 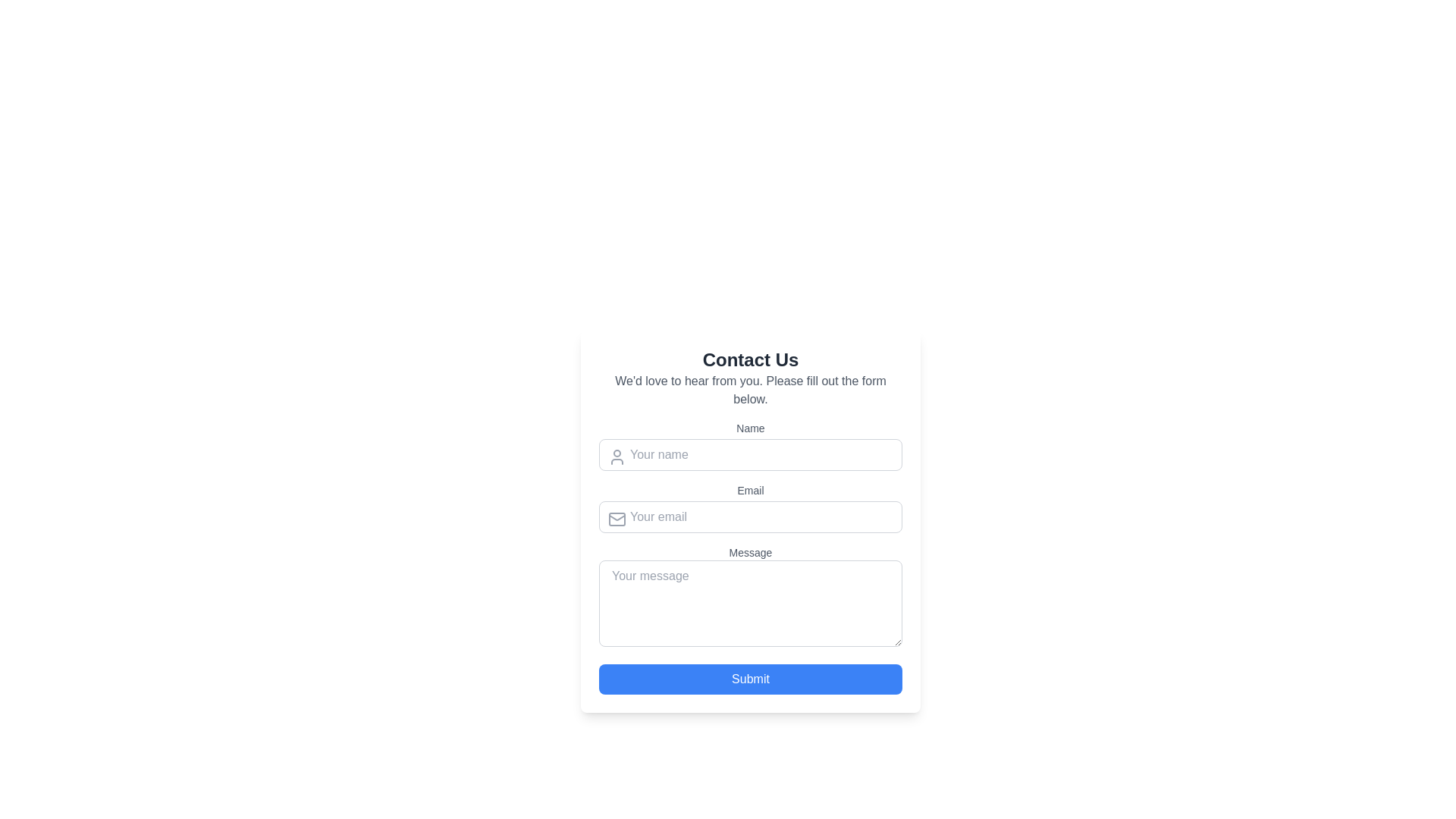 I want to click on the 'Submit' button, which is a rectangular button with rounded corners, a vivid blue background, and white text reading 'Submit', located at the bottom of the form layout, so click(x=750, y=678).